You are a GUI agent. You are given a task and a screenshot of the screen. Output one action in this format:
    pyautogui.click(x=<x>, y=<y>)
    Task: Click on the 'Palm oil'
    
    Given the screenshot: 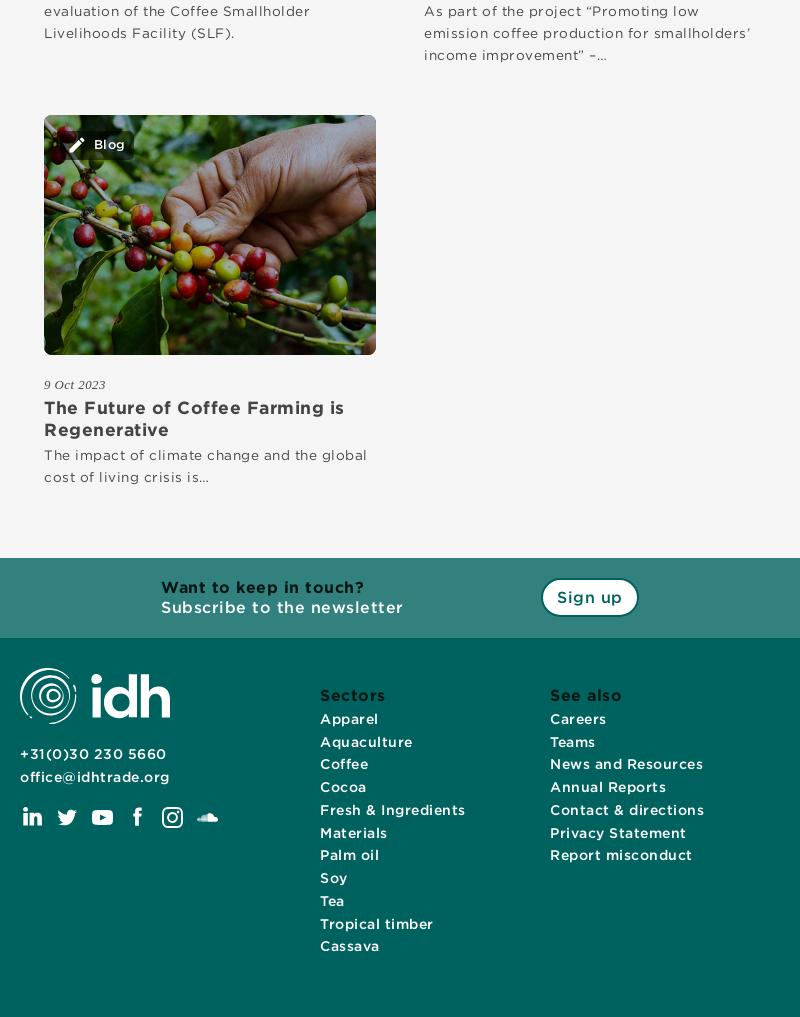 What is the action you would take?
    pyautogui.click(x=349, y=854)
    